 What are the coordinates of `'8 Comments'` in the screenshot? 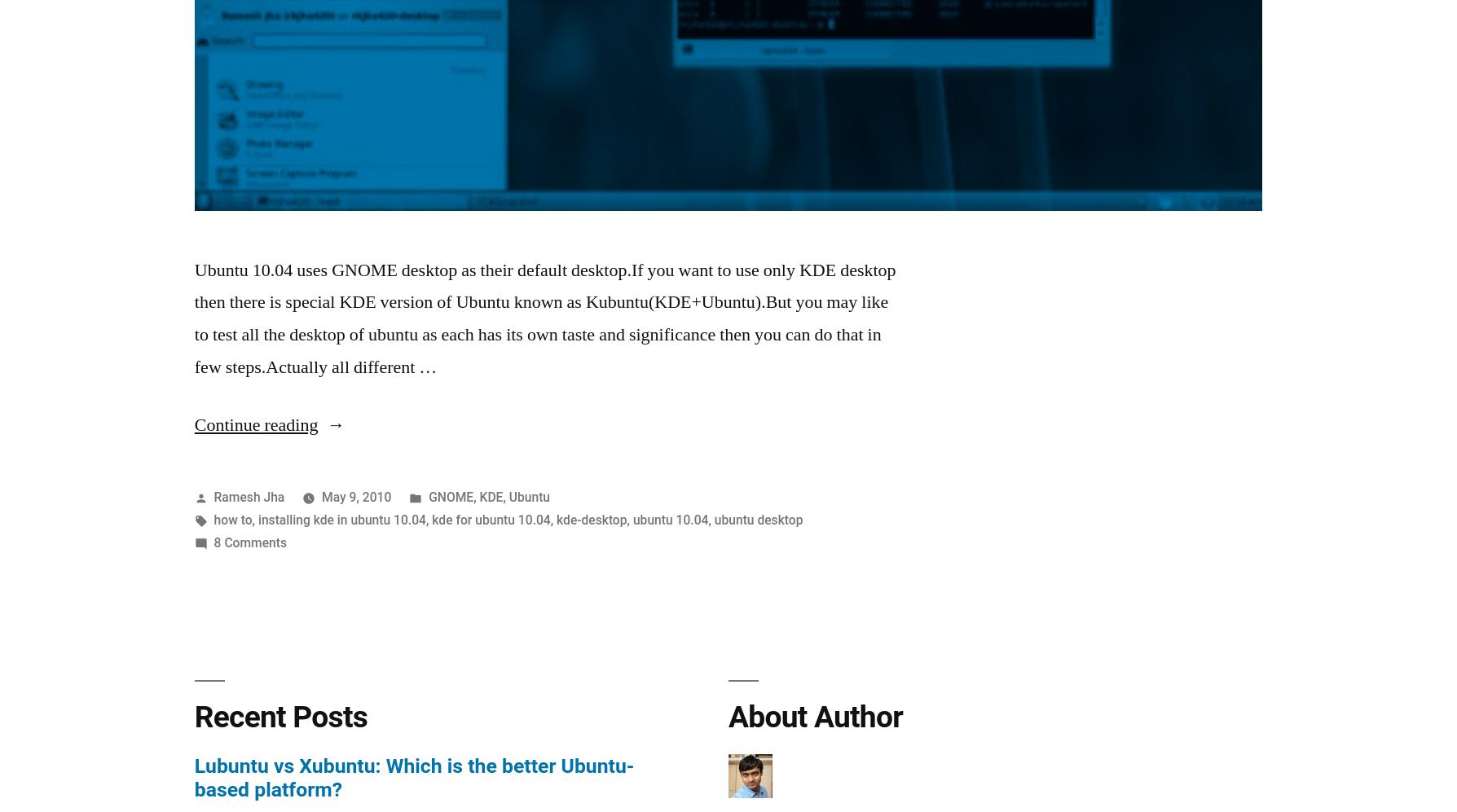 It's located at (249, 542).